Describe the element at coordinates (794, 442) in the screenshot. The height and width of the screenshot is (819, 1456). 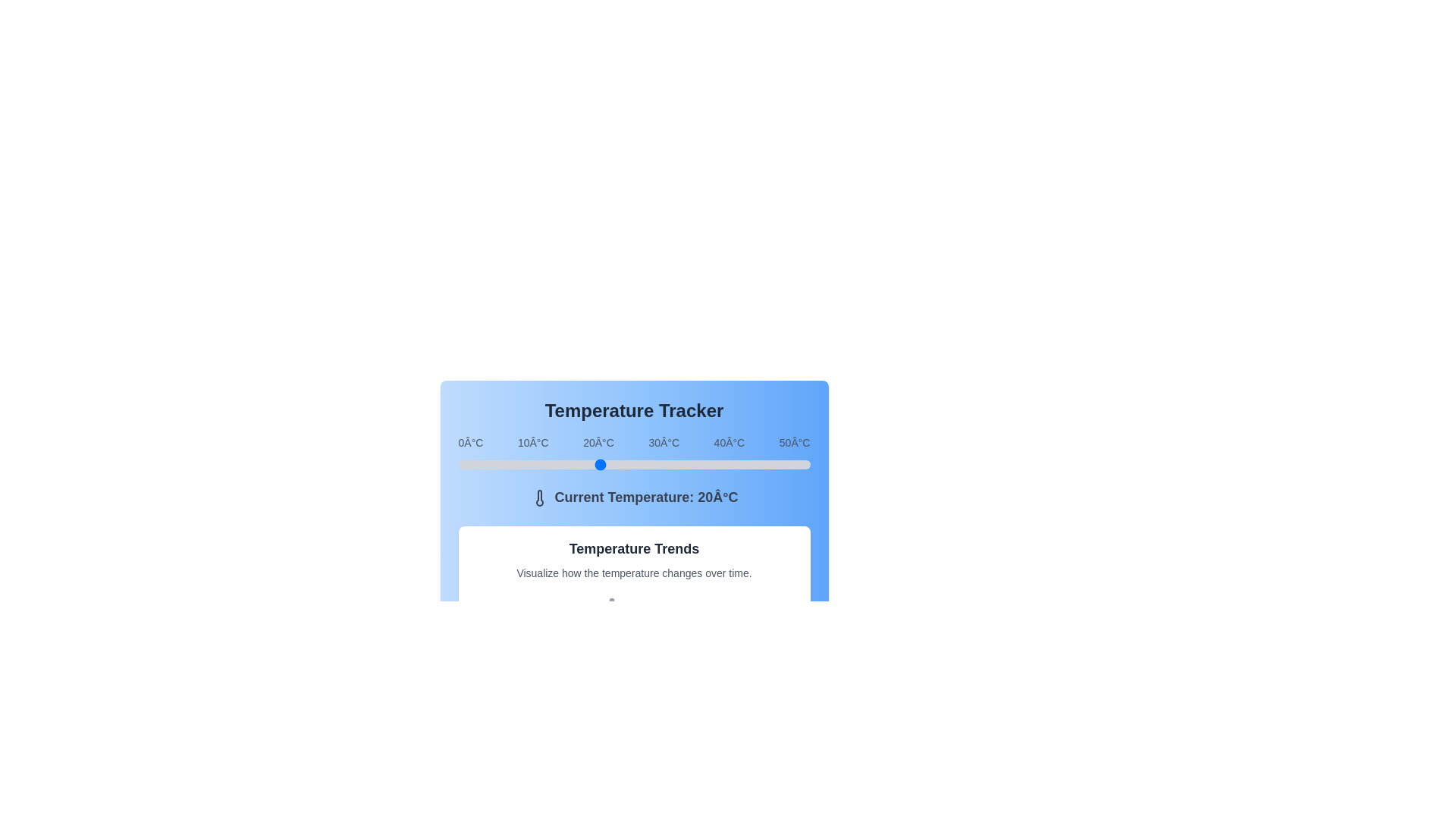
I see `the temperature label 50°C to focus on it` at that location.